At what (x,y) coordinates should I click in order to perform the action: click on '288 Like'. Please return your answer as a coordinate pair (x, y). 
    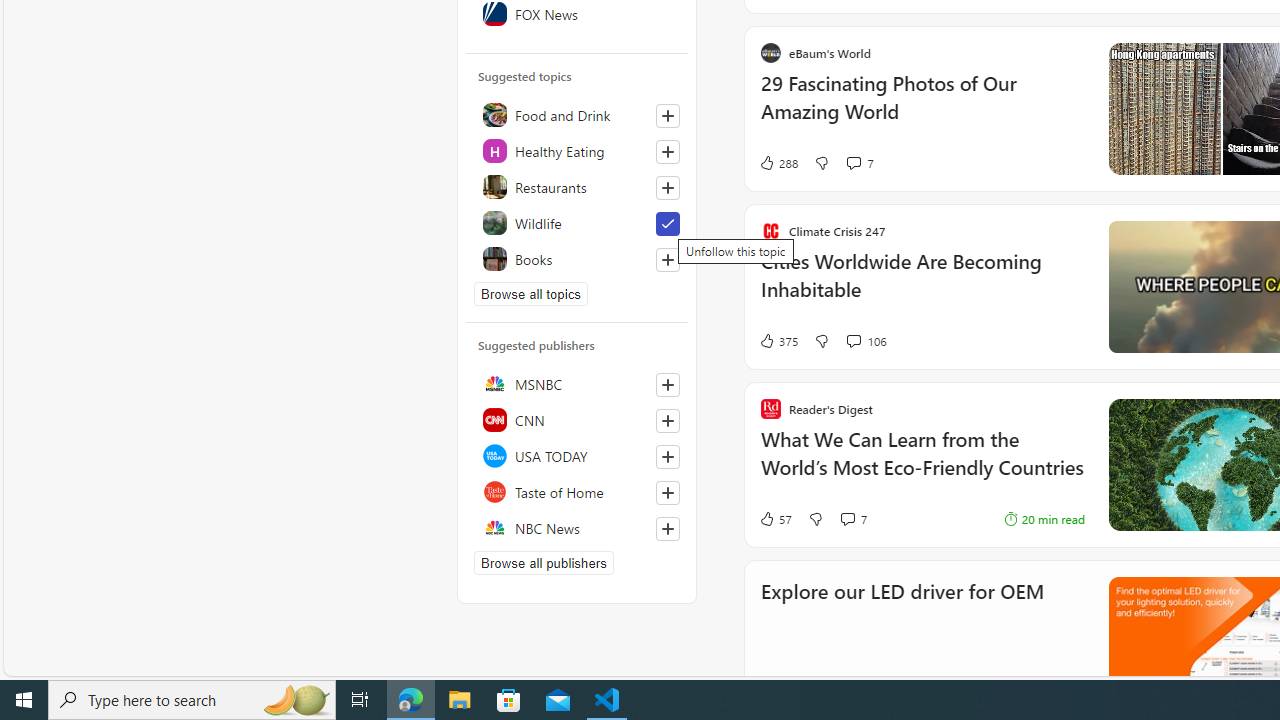
    Looking at the image, I should click on (777, 162).